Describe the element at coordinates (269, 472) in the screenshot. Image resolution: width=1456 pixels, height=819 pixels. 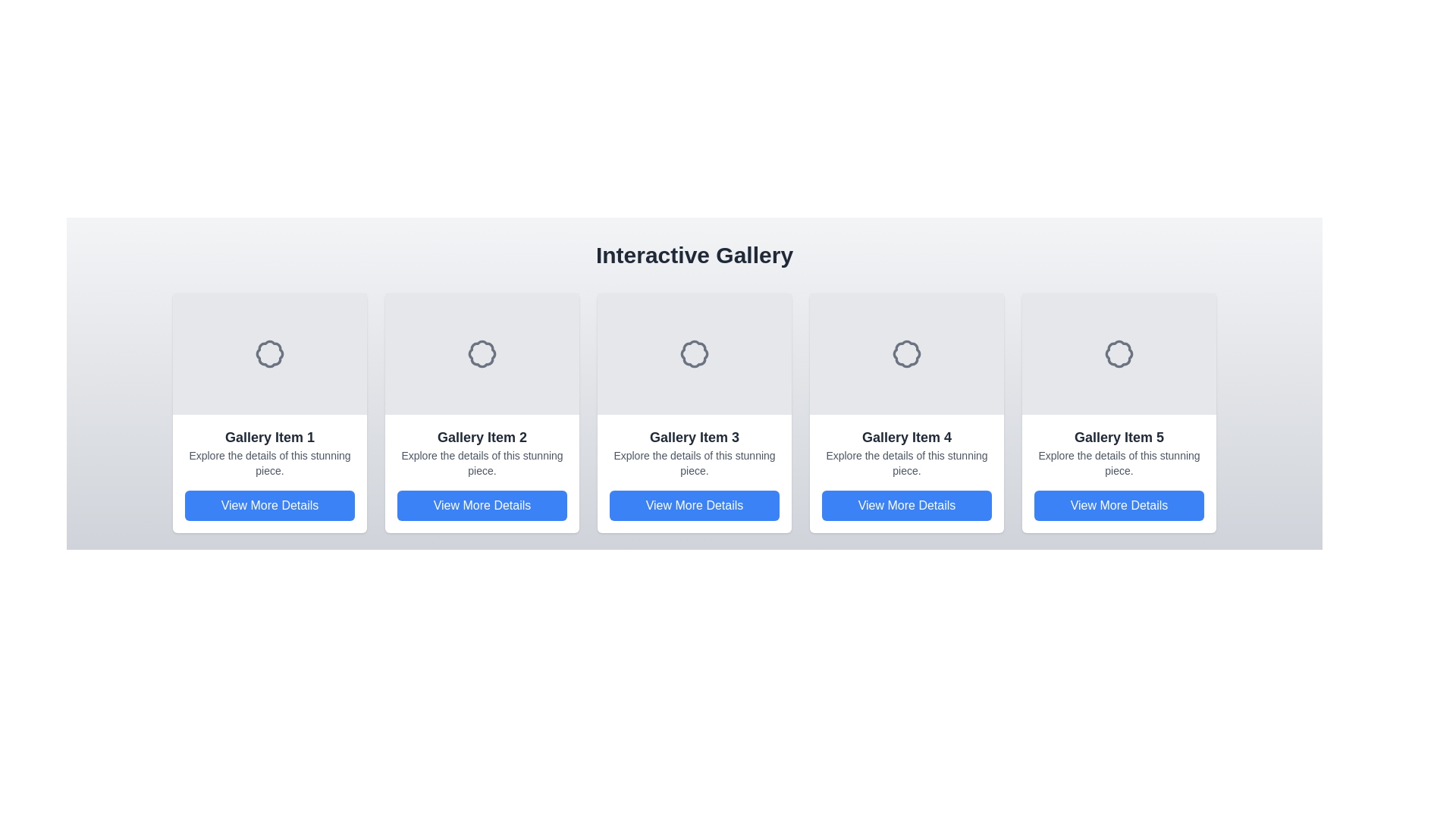
I see `heading and description of the first gallery item card located at the far-left side of the row` at that location.